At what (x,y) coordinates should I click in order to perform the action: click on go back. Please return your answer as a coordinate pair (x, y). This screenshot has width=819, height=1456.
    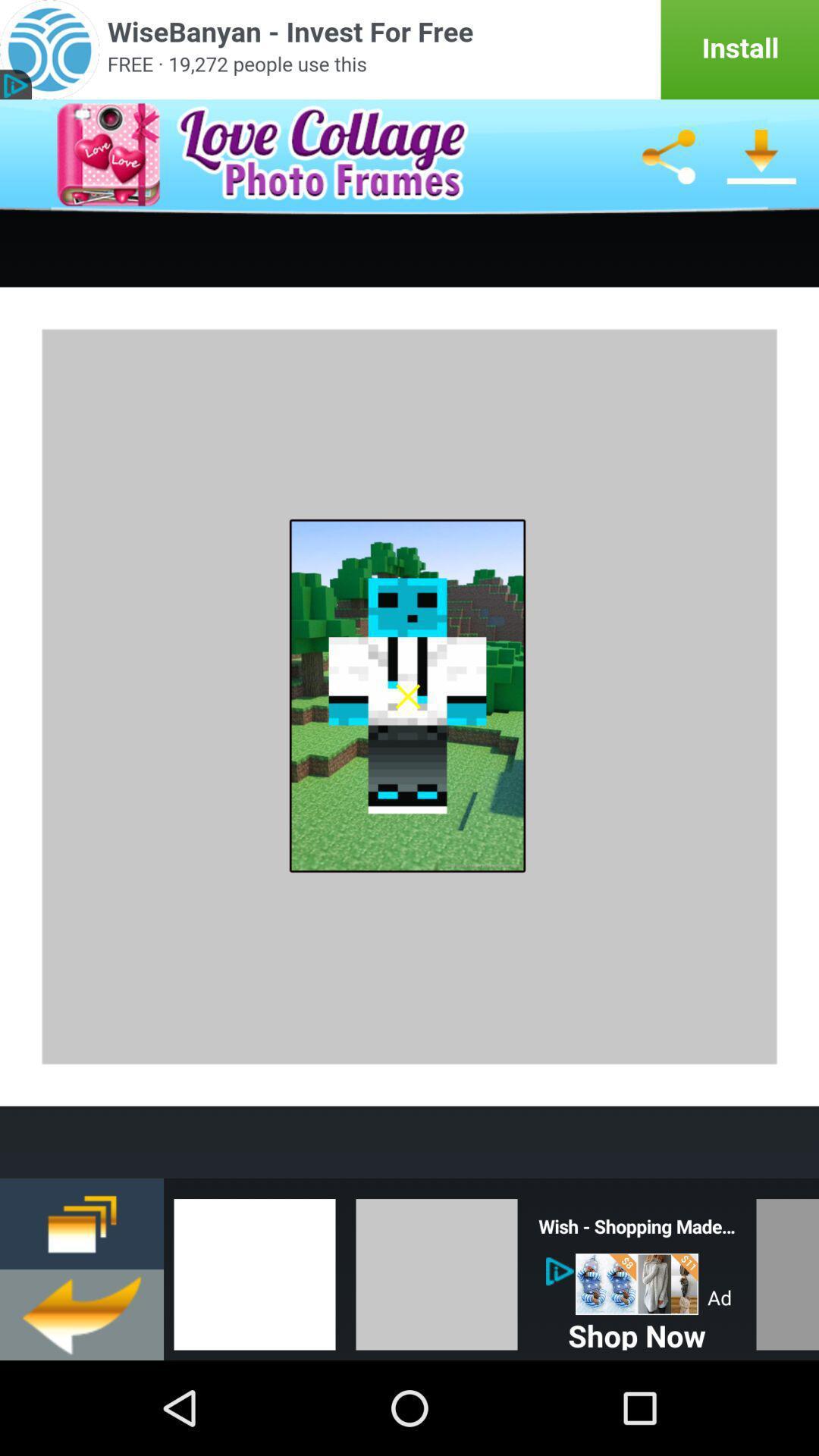
    Looking at the image, I should click on (82, 1313).